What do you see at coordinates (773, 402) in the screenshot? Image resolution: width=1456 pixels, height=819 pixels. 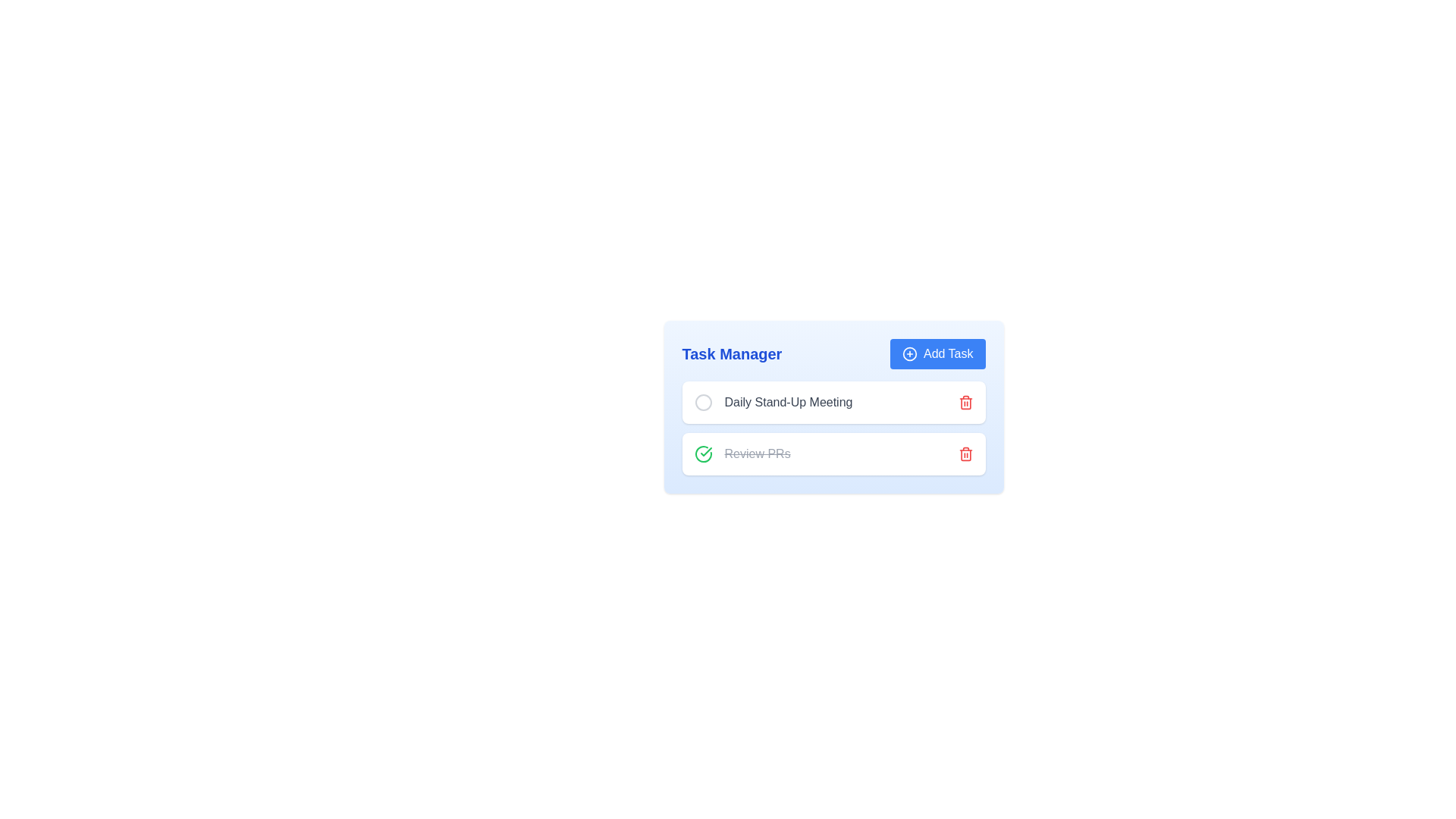 I see `the first task list item labeled 'Daily Stand-Up Meeting'` at bounding box center [773, 402].